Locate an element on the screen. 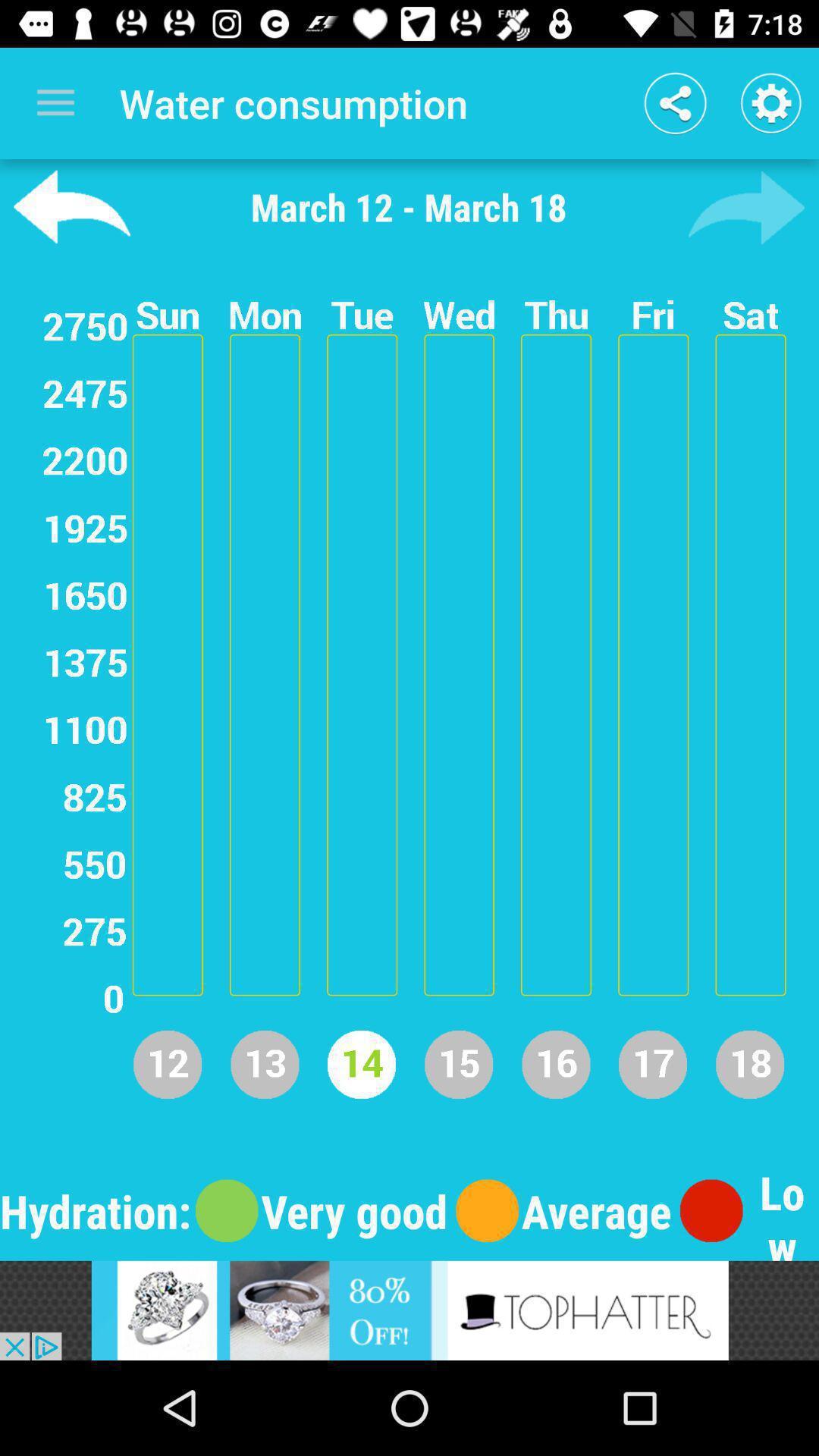 This screenshot has width=819, height=1456. banner advertisement is located at coordinates (409, 1310).